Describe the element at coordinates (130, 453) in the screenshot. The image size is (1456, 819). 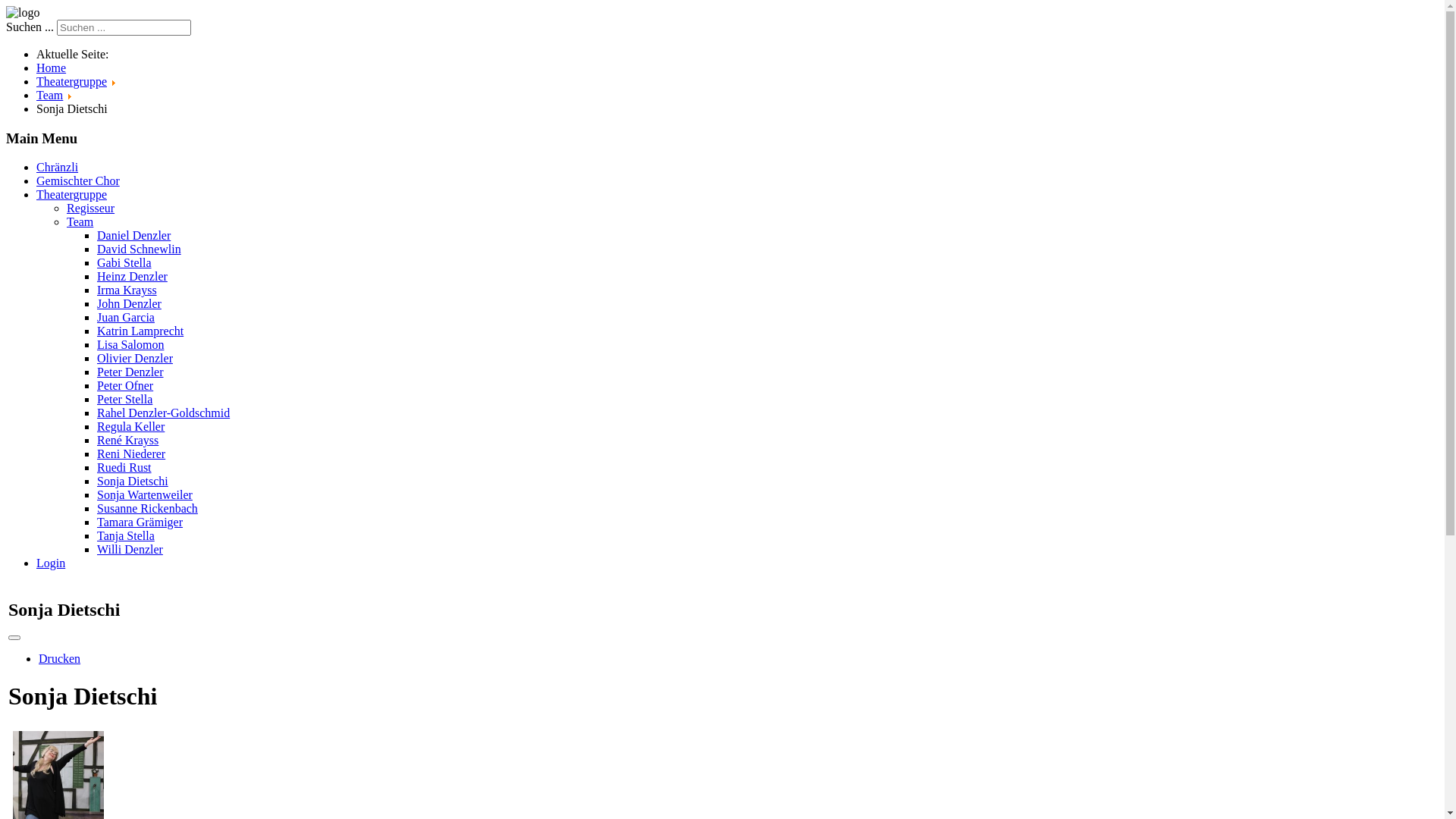
I see `'Reni Niederer'` at that location.